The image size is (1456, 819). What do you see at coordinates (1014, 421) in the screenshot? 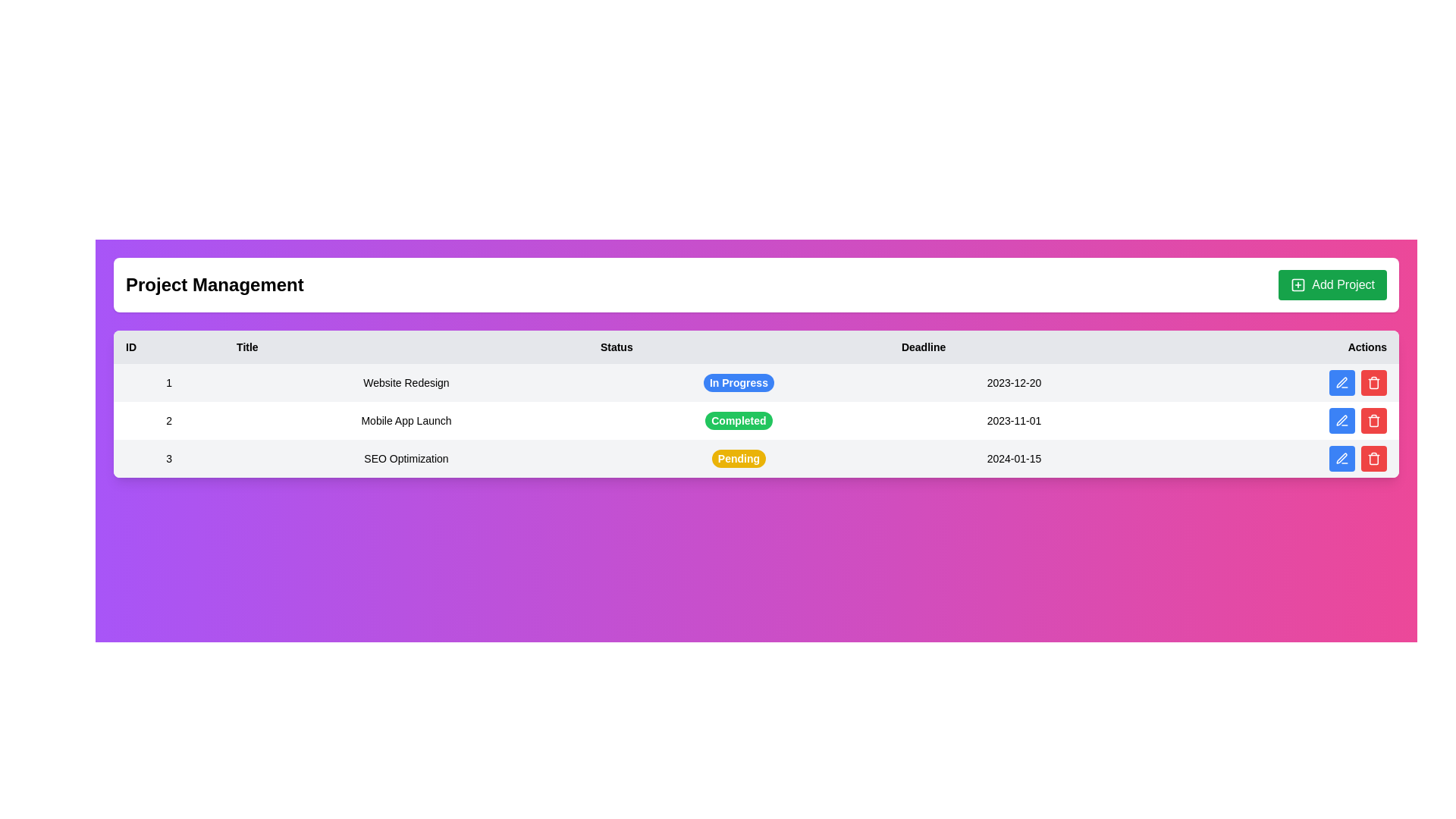
I see `the table cell displaying '2023-11-01' in the 'Deadline' column, which is the fourth data cell in its row` at bounding box center [1014, 421].